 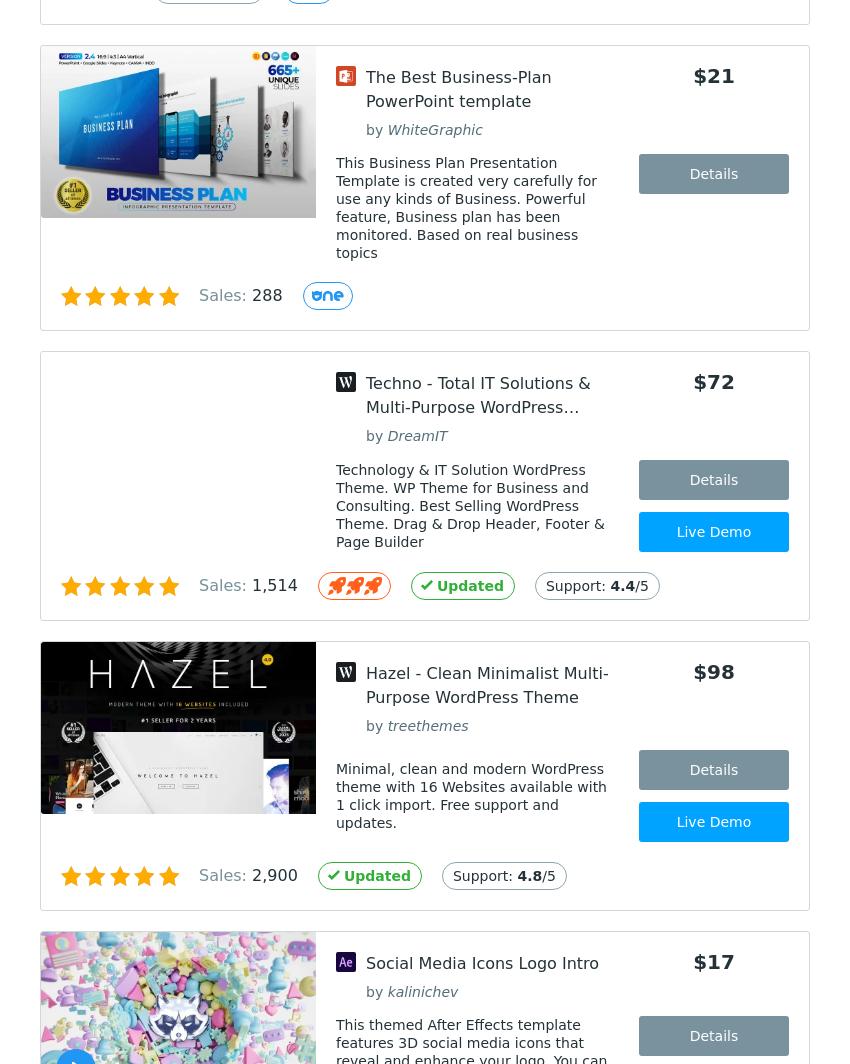 What do you see at coordinates (265, 295) in the screenshot?
I see `'288'` at bounding box center [265, 295].